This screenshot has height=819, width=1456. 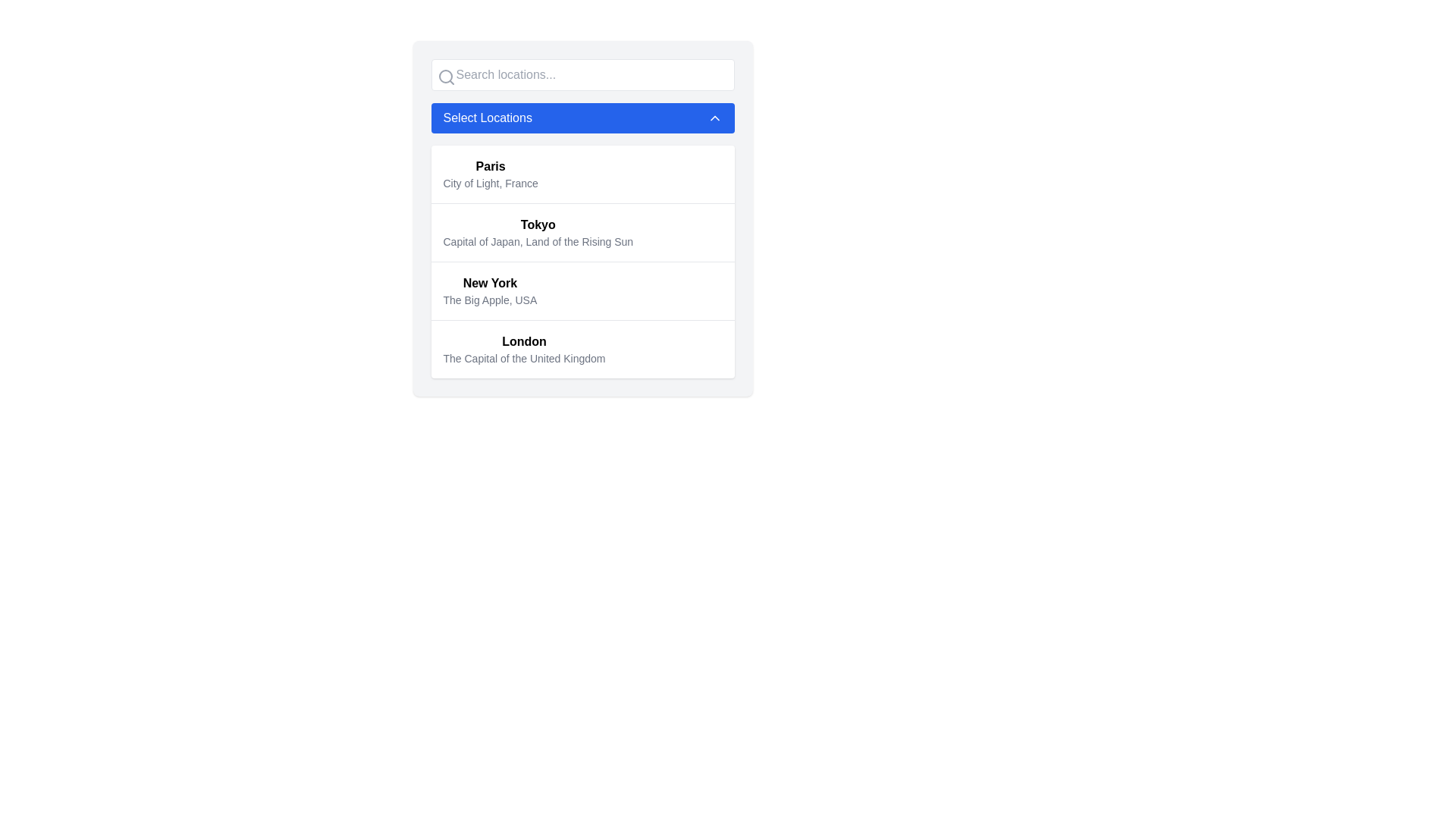 What do you see at coordinates (524, 359) in the screenshot?
I see `the Text Label providing additional descriptive information about the city 'London', located below its title element in the list` at bounding box center [524, 359].